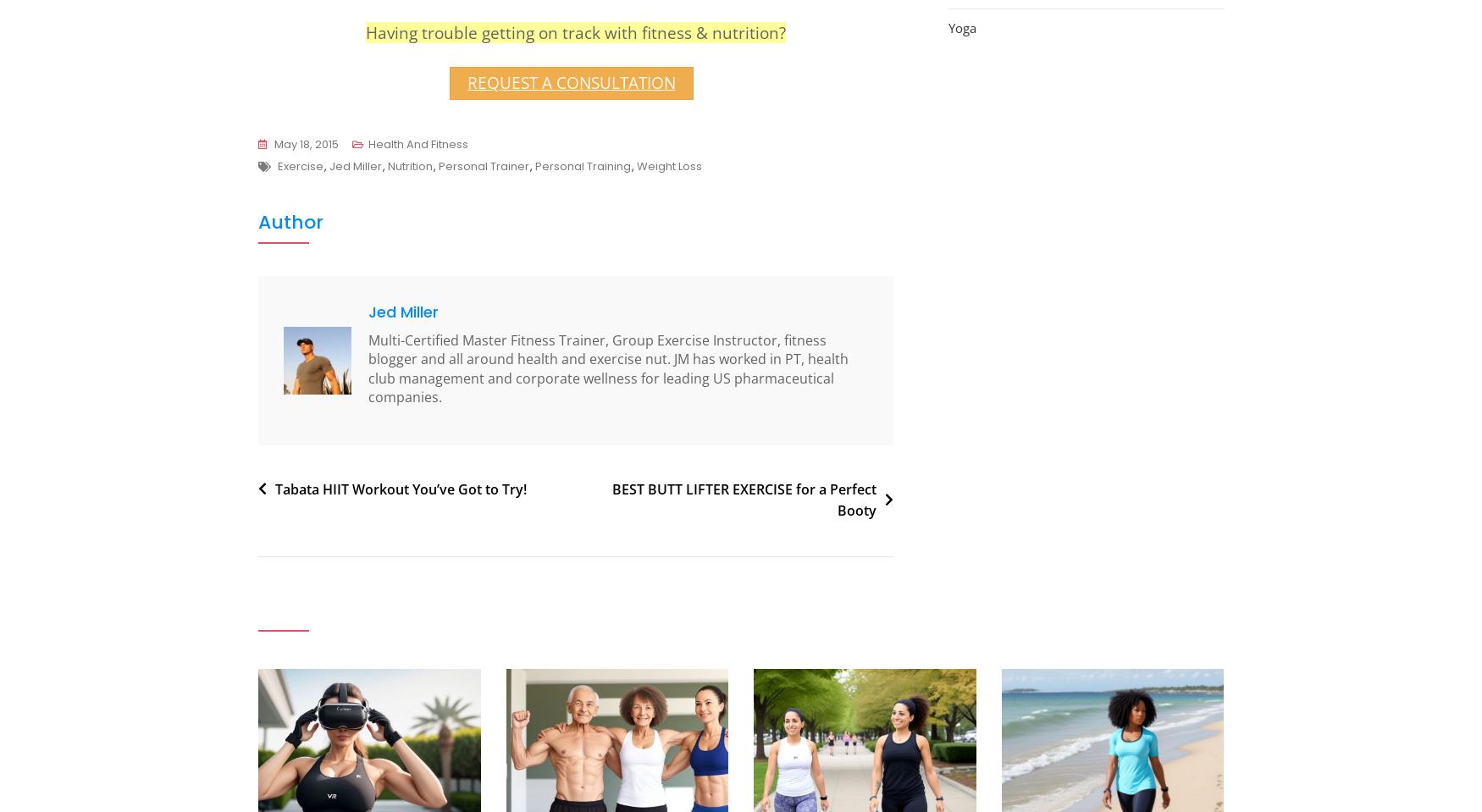 The image size is (1482, 812). I want to click on 'Yoga', so click(961, 26).